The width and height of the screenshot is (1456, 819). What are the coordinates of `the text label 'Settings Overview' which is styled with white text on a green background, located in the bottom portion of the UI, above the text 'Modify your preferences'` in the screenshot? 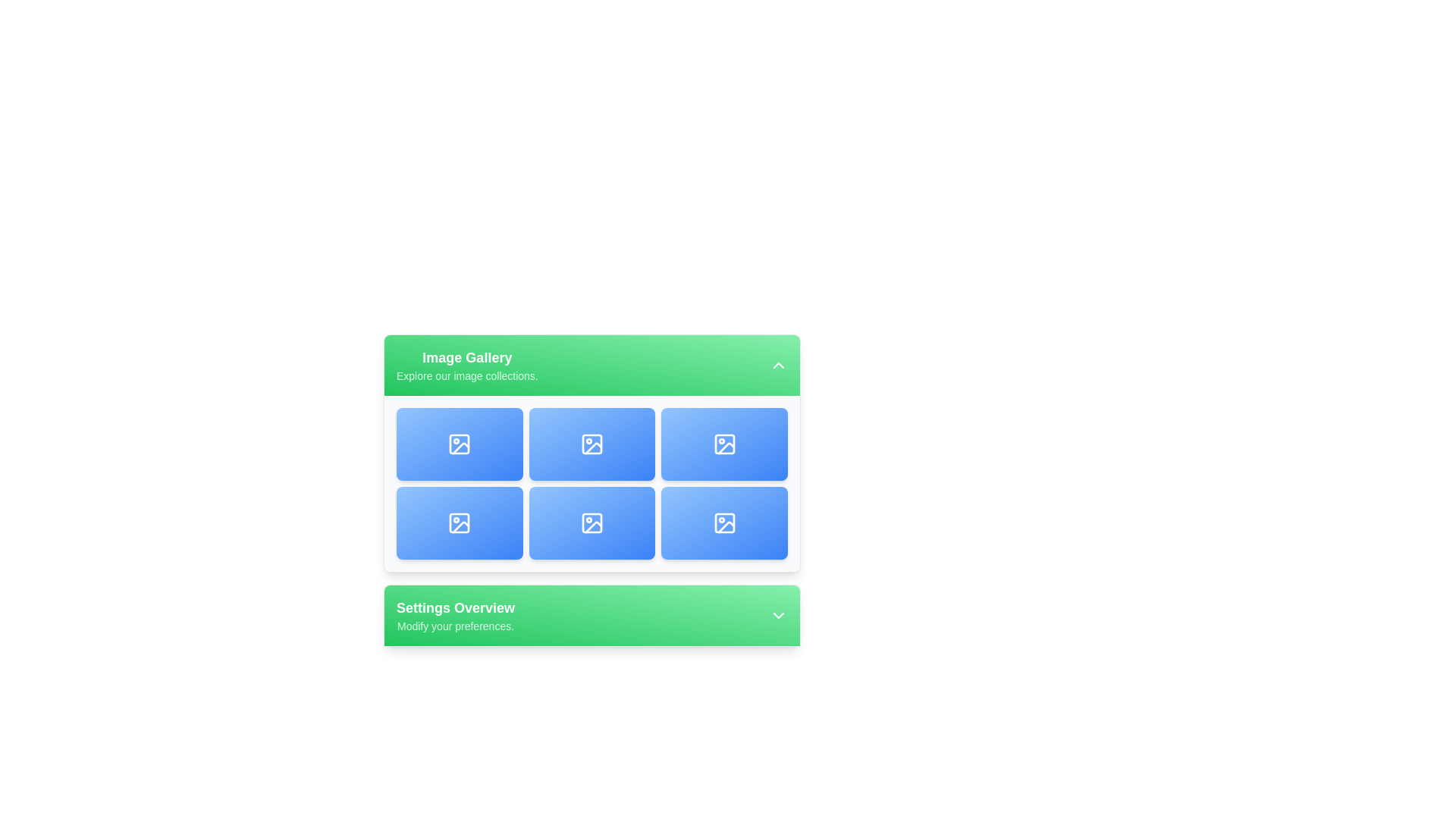 It's located at (454, 607).